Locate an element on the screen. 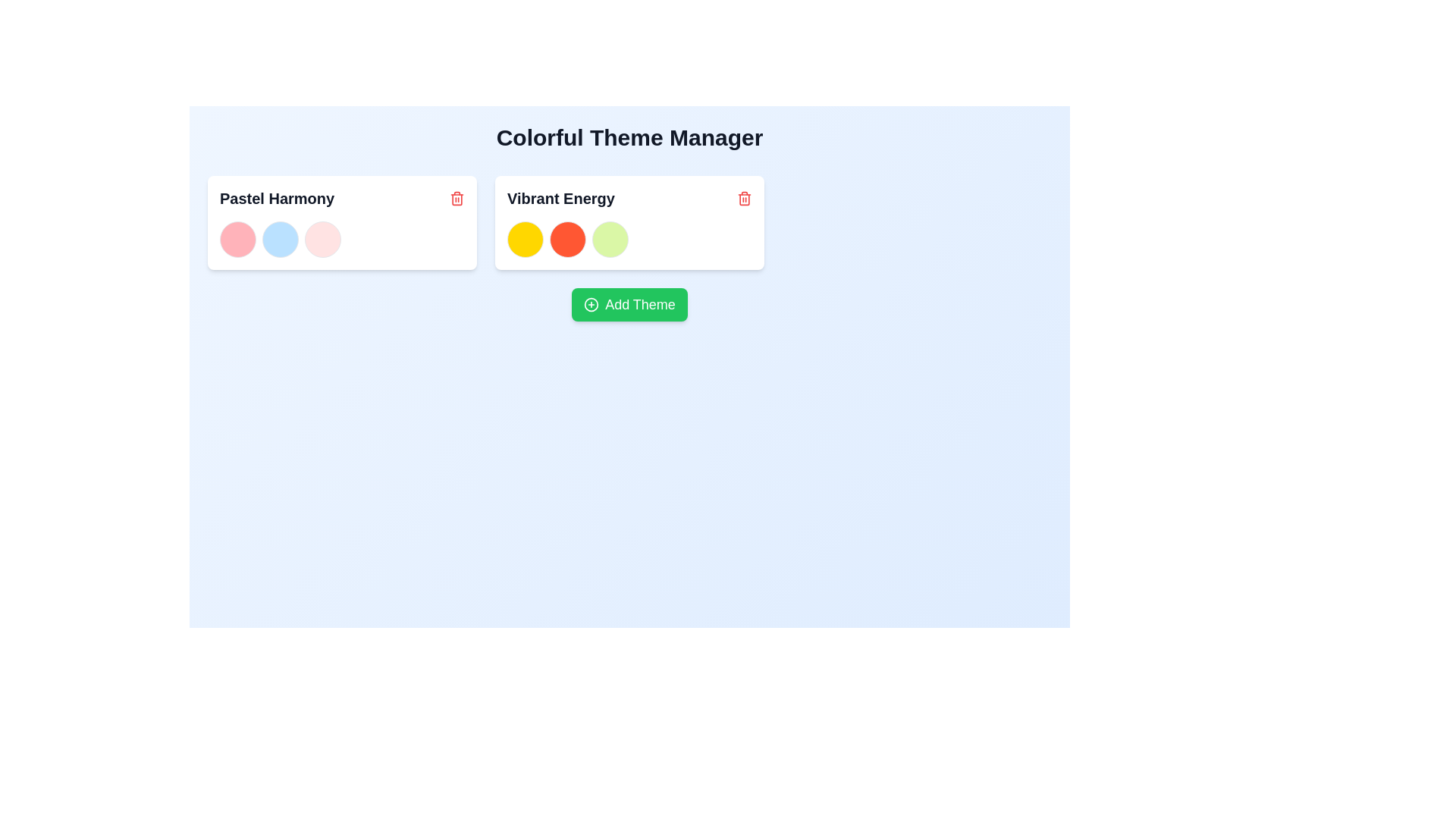 This screenshot has height=819, width=1456. the leftmost circular visual indicator representing a color attribute in the 'Vibrant Energy' section on the right side of the interface is located at coordinates (525, 239).